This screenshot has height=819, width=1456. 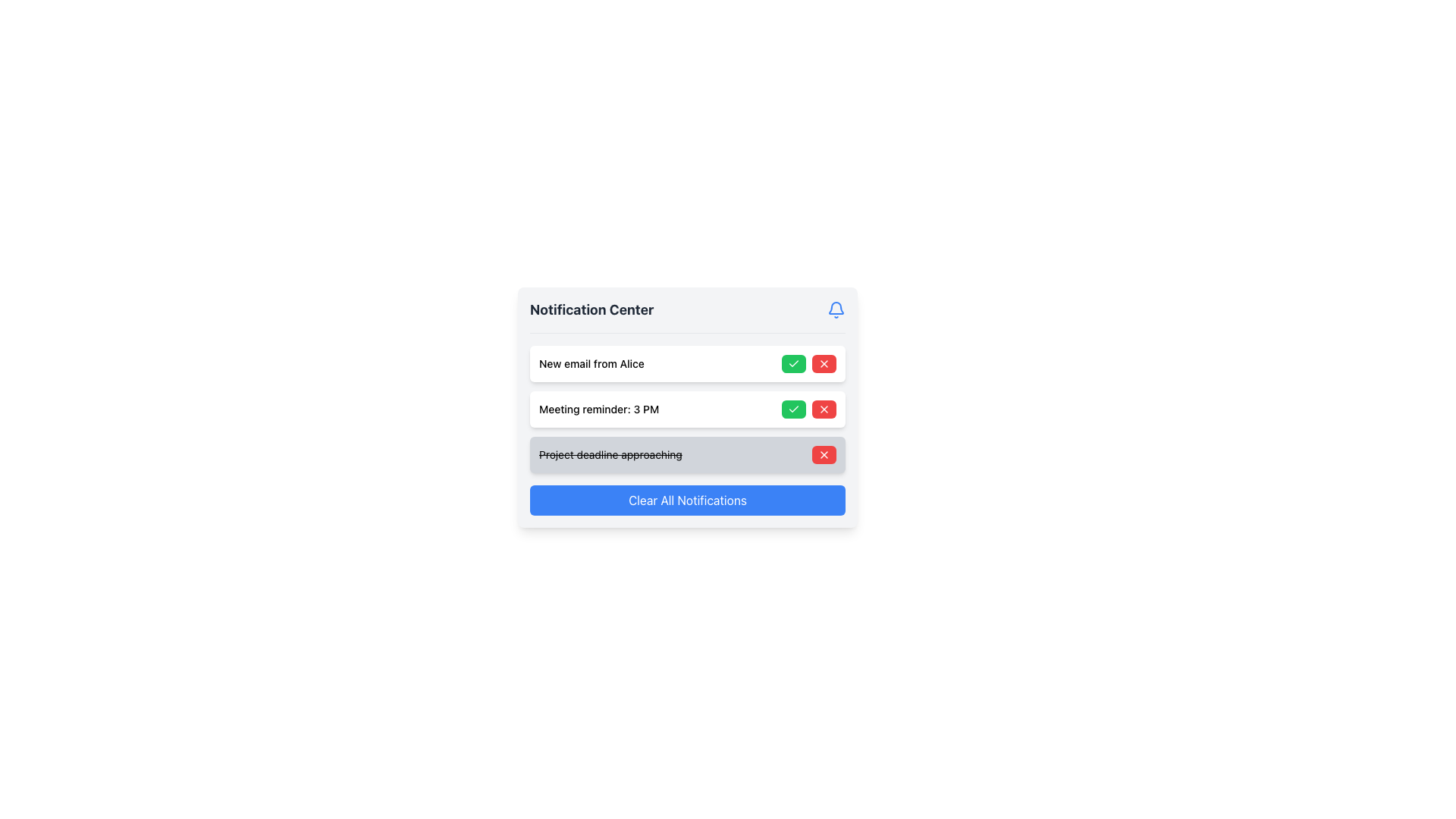 What do you see at coordinates (792, 409) in the screenshot?
I see `the confirmation icon located to the right of the 'Meeting reminder: 3 PM' notification, adjacent to the red 'X' button, to confirm the notification` at bounding box center [792, 409].